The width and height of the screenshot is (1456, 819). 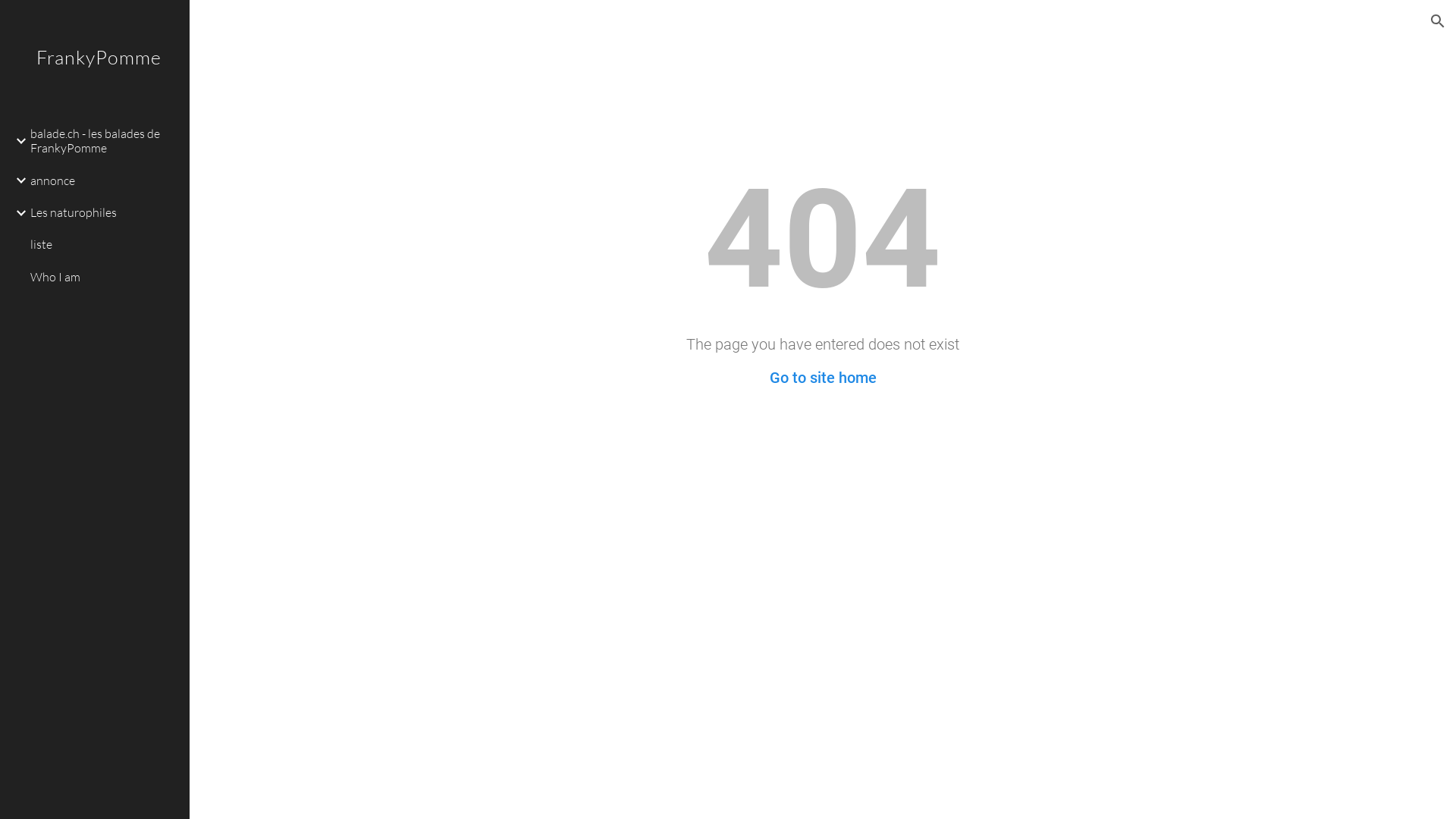 What do you see at coordinates (103, 213) in the screenshot?
I see `'Les naturophiles'` at bounding box center [103, 213].